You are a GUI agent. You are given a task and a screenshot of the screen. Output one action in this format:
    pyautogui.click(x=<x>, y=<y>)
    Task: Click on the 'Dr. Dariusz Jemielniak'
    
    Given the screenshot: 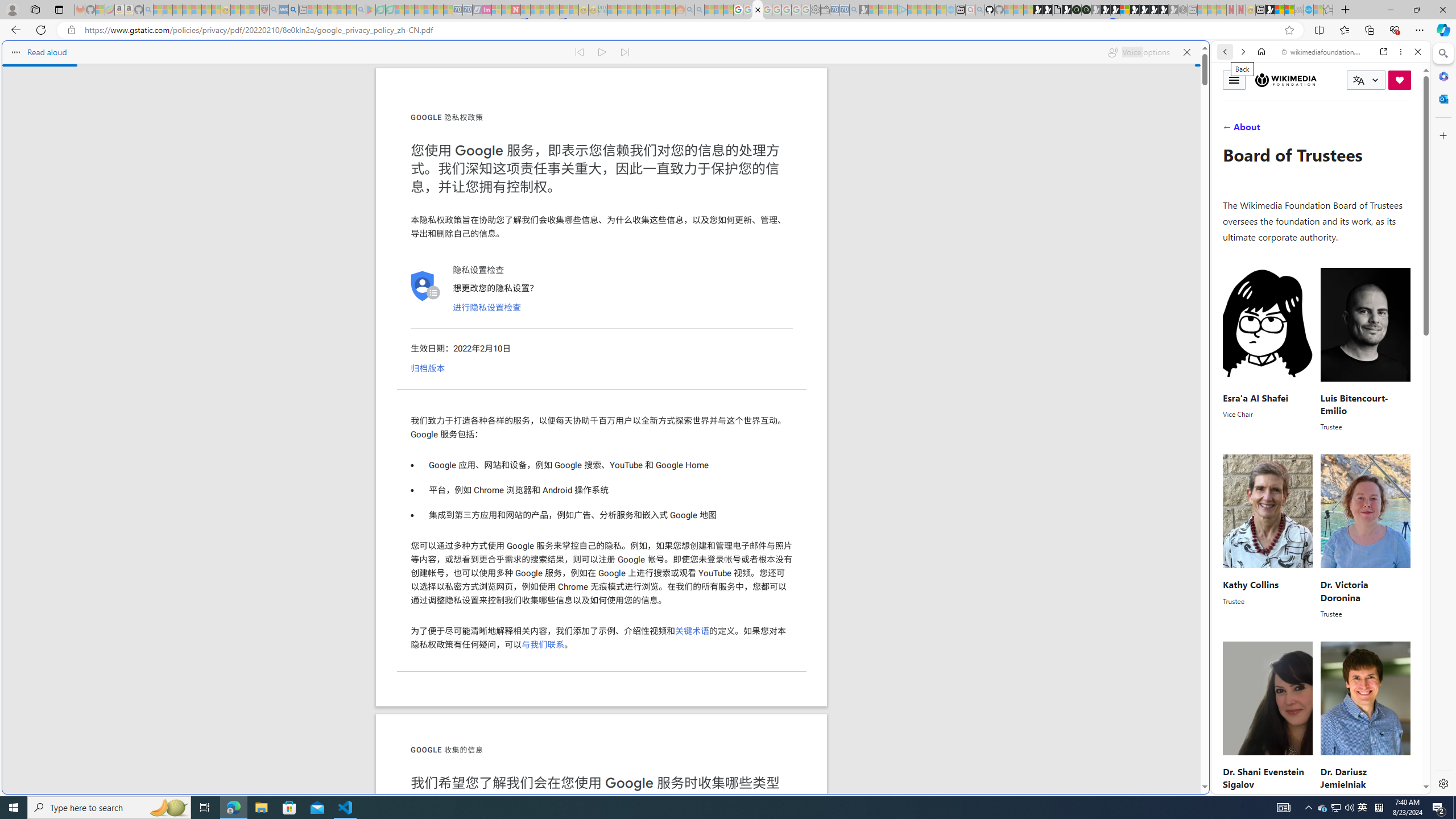 What is the action you would take?
    pyautogui.click(x=1342, y=777)
    